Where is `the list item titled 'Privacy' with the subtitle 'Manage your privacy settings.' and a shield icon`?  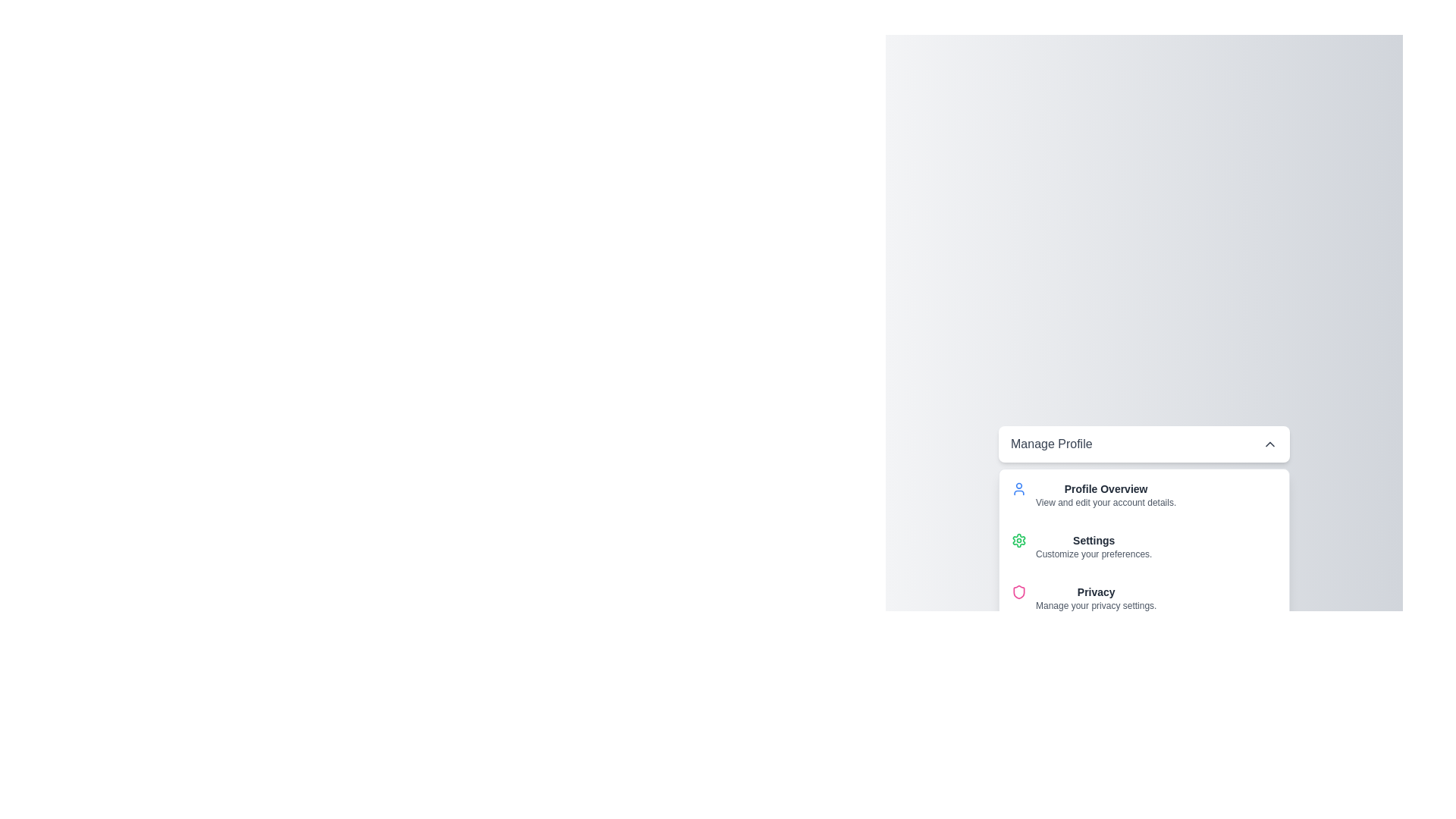
the list item titled 'Privacy' with the subtitle 'Manage your privacy settings.' and a shield icon is located at coordinates (1144, 598).